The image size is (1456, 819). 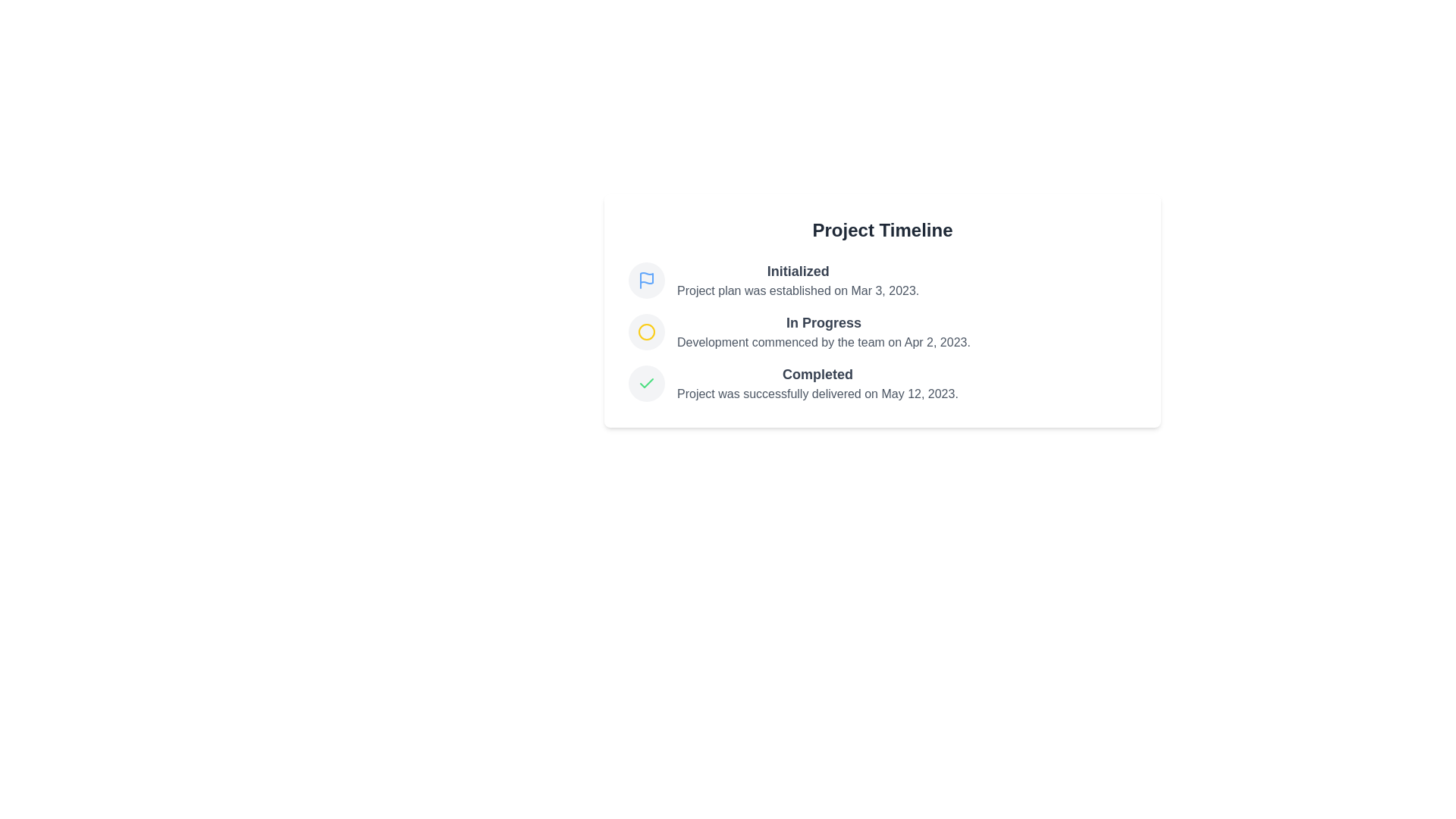 What do you see at coordinates (647, 331) in the screenshot?
I see `the appearance of the SVG circle component representing an 'in-progress' state, located in the middle row of a checklist, second position among the status icons` at bounding box center [647, 331].